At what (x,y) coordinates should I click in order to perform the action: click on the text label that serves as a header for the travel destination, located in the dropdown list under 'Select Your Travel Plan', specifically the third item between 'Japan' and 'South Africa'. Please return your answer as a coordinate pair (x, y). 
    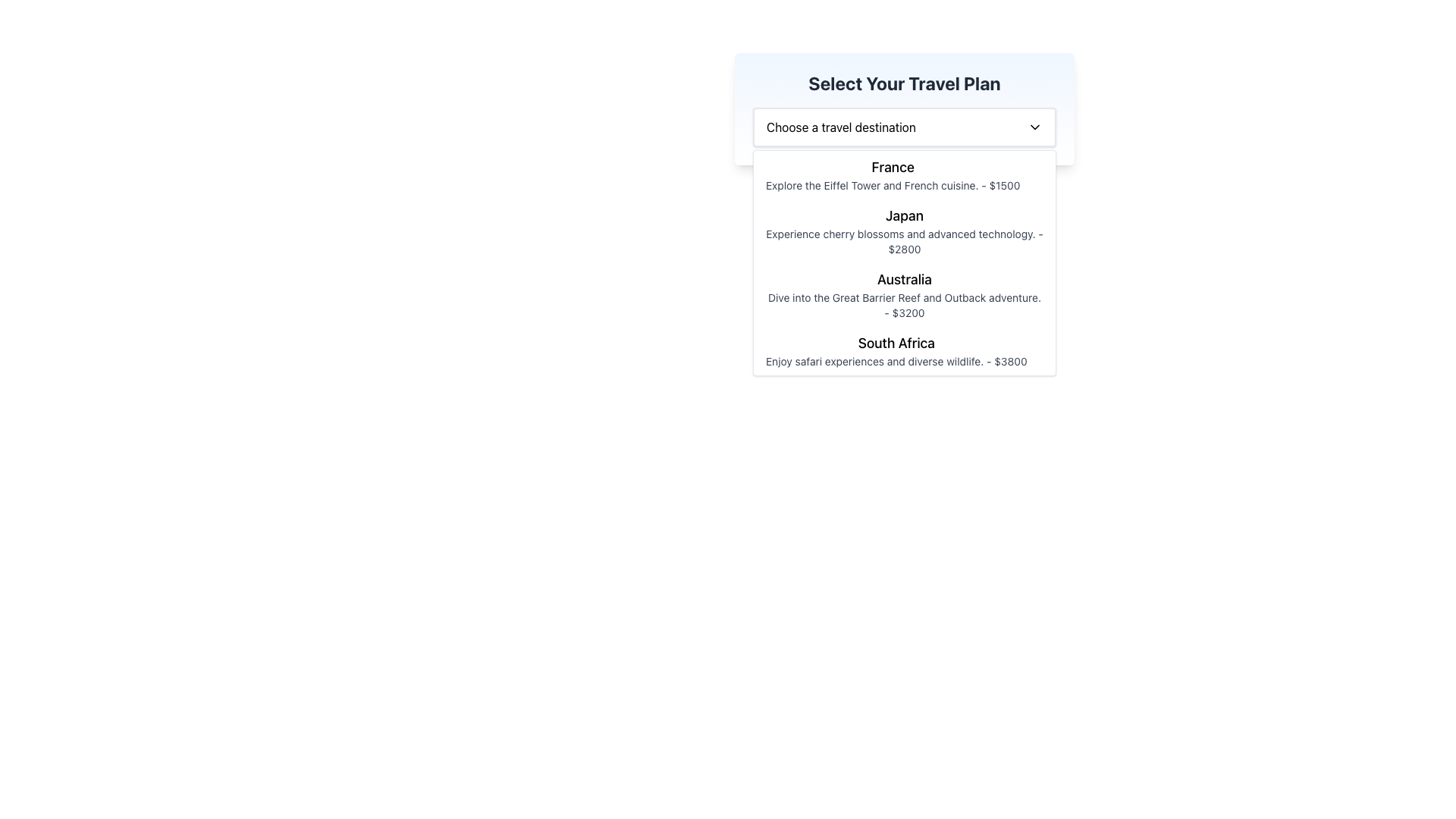
    Looking at the image, I should click on (905, 280).